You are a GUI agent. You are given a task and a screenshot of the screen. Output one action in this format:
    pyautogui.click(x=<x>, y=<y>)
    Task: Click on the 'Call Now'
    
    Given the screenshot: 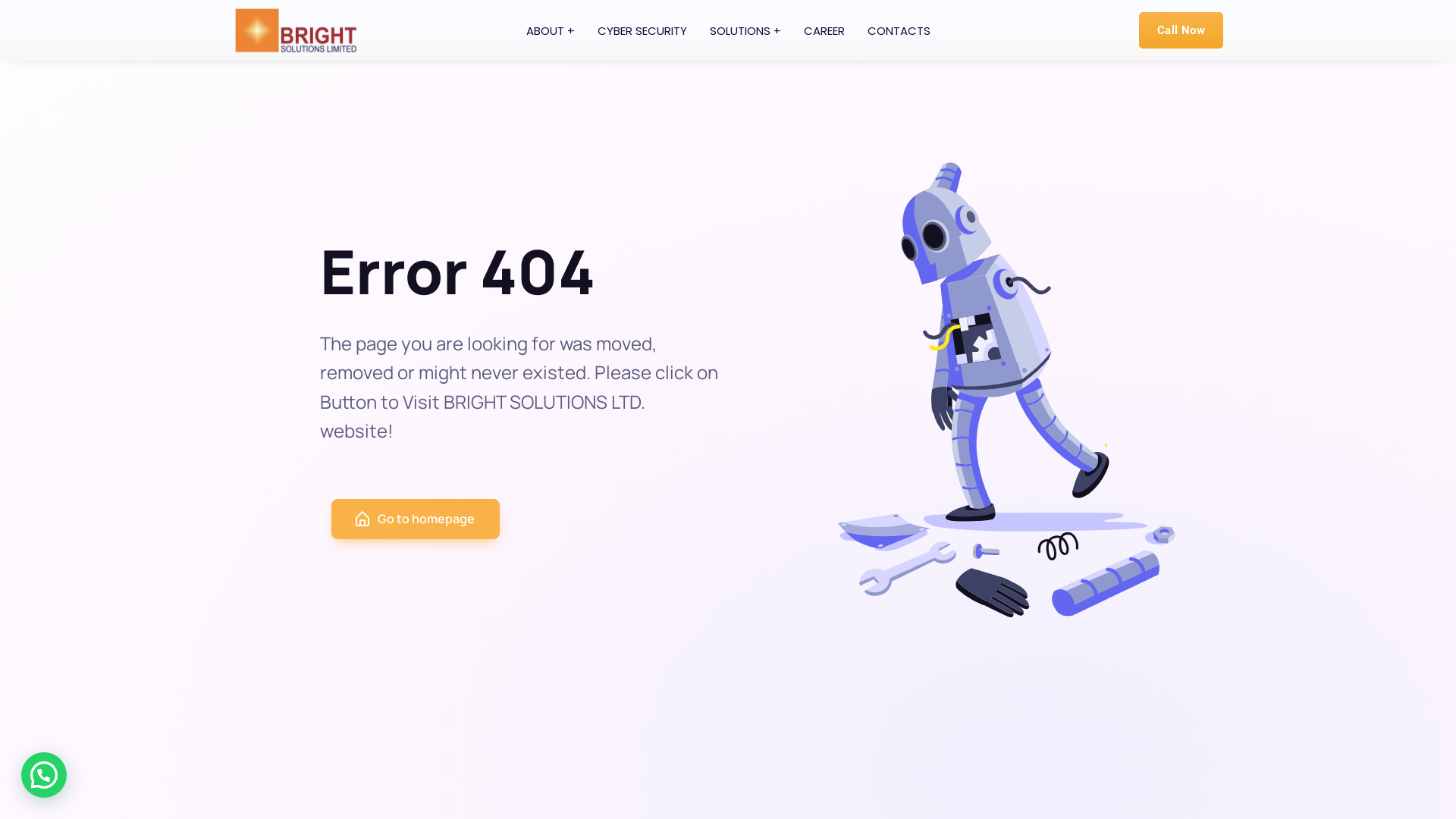 What is the action you would take?
    pyautogui.click(x=1180, y=30)
    